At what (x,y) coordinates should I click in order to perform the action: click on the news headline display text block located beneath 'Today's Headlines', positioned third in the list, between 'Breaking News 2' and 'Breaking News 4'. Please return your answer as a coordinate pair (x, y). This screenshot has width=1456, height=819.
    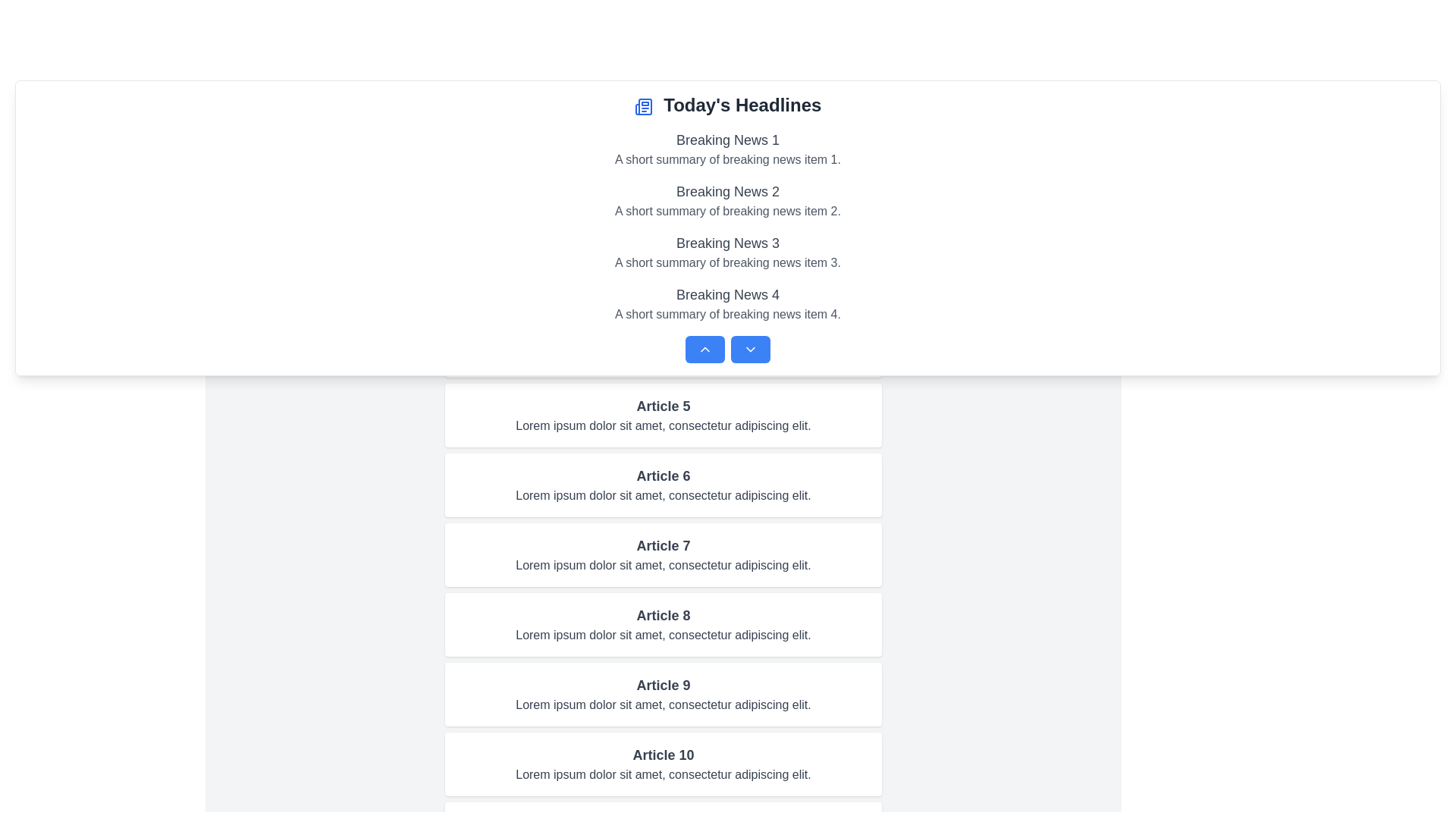
    Looking at the image, I should click on (728, 251).